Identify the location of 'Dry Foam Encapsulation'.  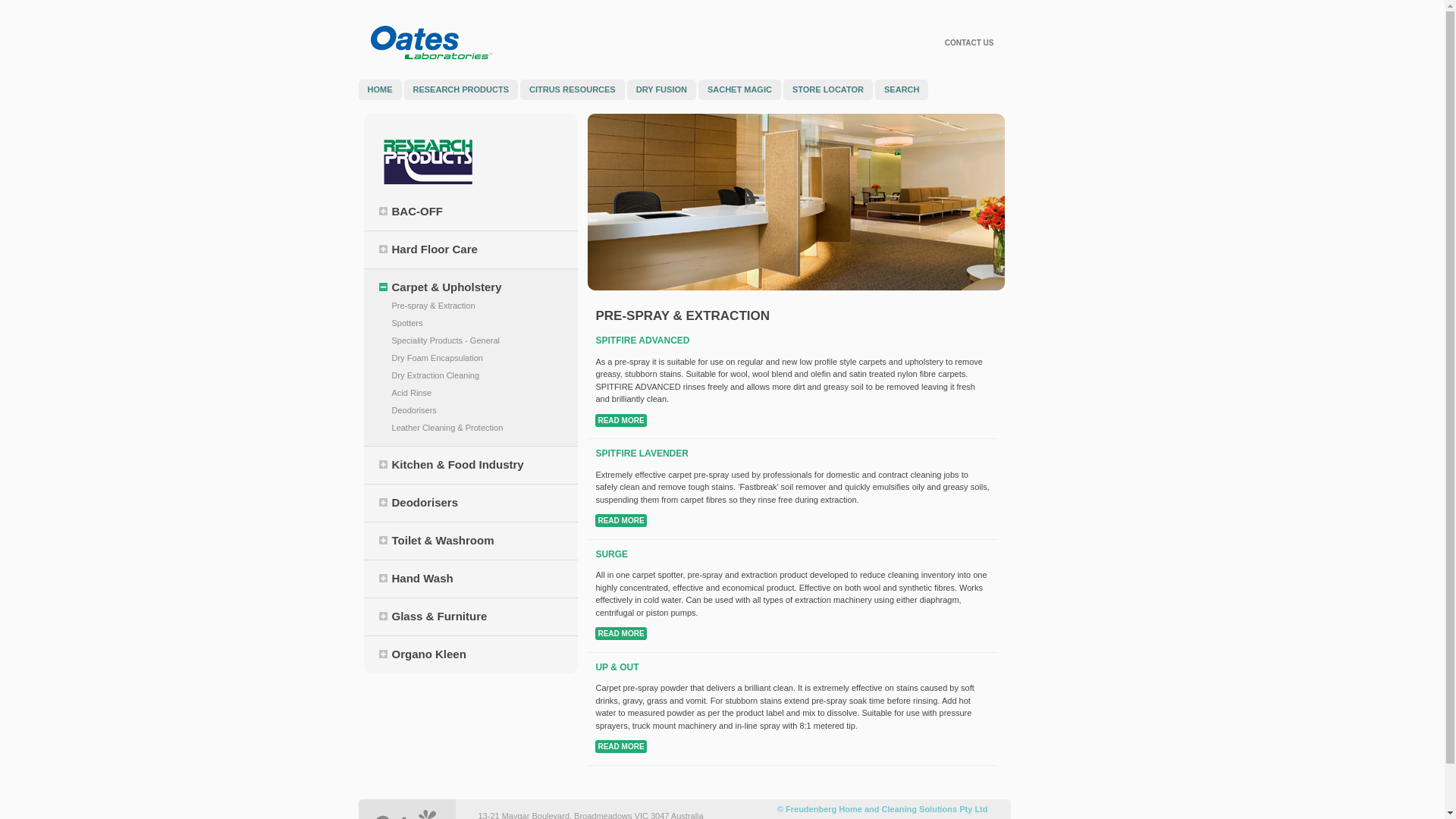
(436, 357).